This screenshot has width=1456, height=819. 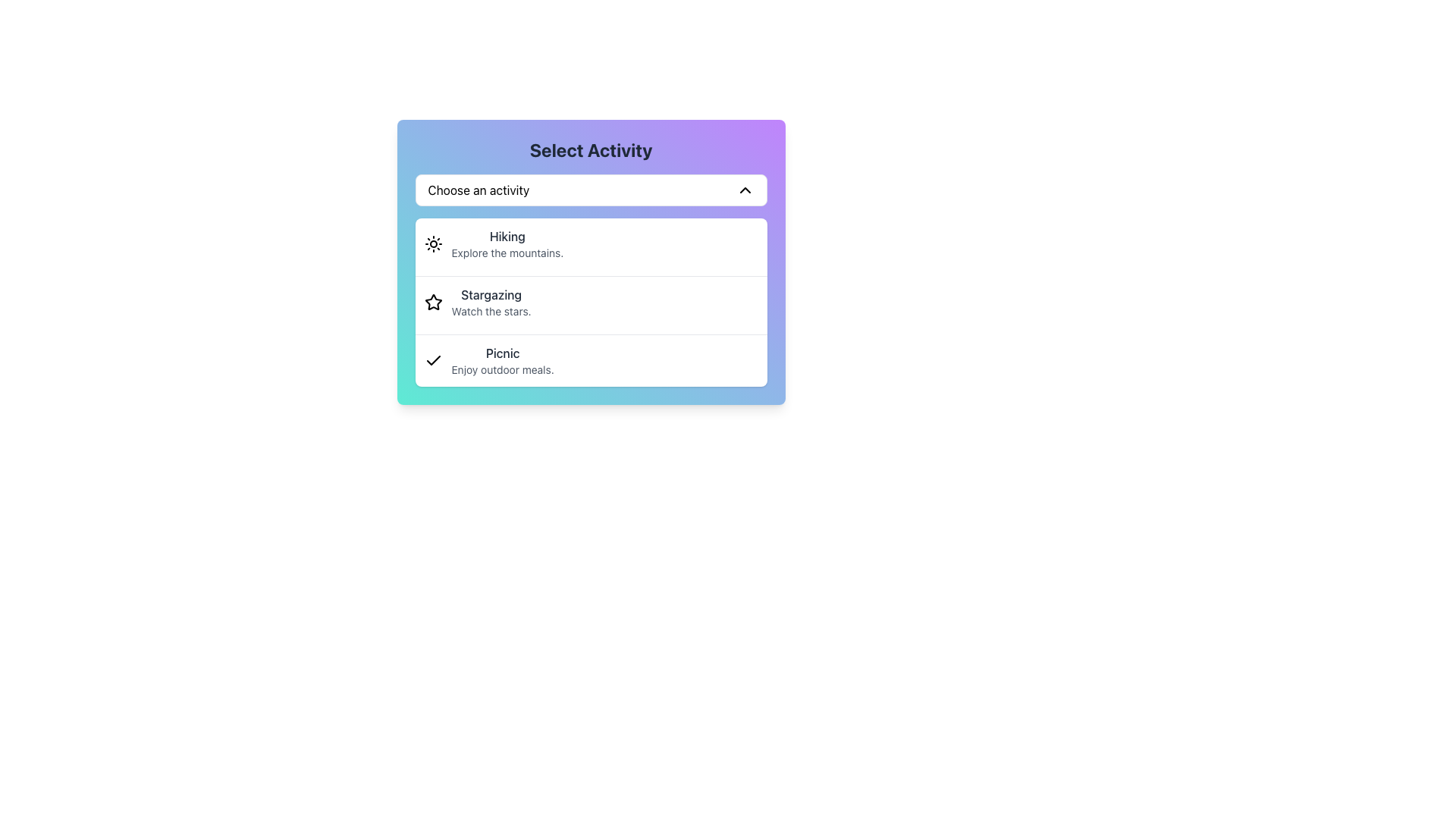 What do you see at coordinates (432, 360) in the screenshot?
I see `the visual indicator icon for the 'Picnic' option, which is located to the left of the text labels 'Picnic' and 'Enjoy outdoor meals' in the 'Select Activity' list` at bounding box center [432, 360].